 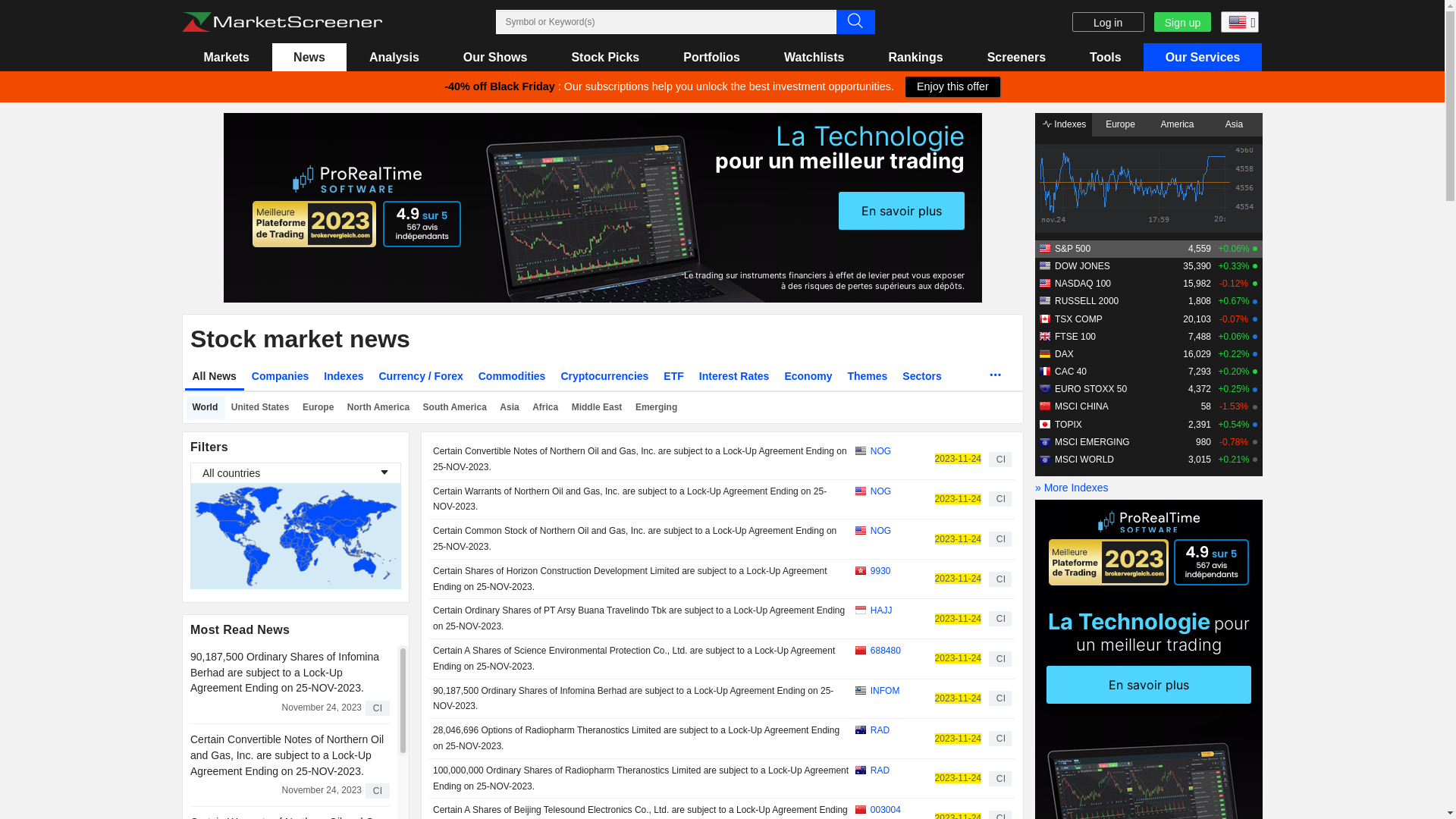 What do you see at coordinates (814, 56) in the screenshot?
I see `'Watchlists'` at bounding box center [814, 56].